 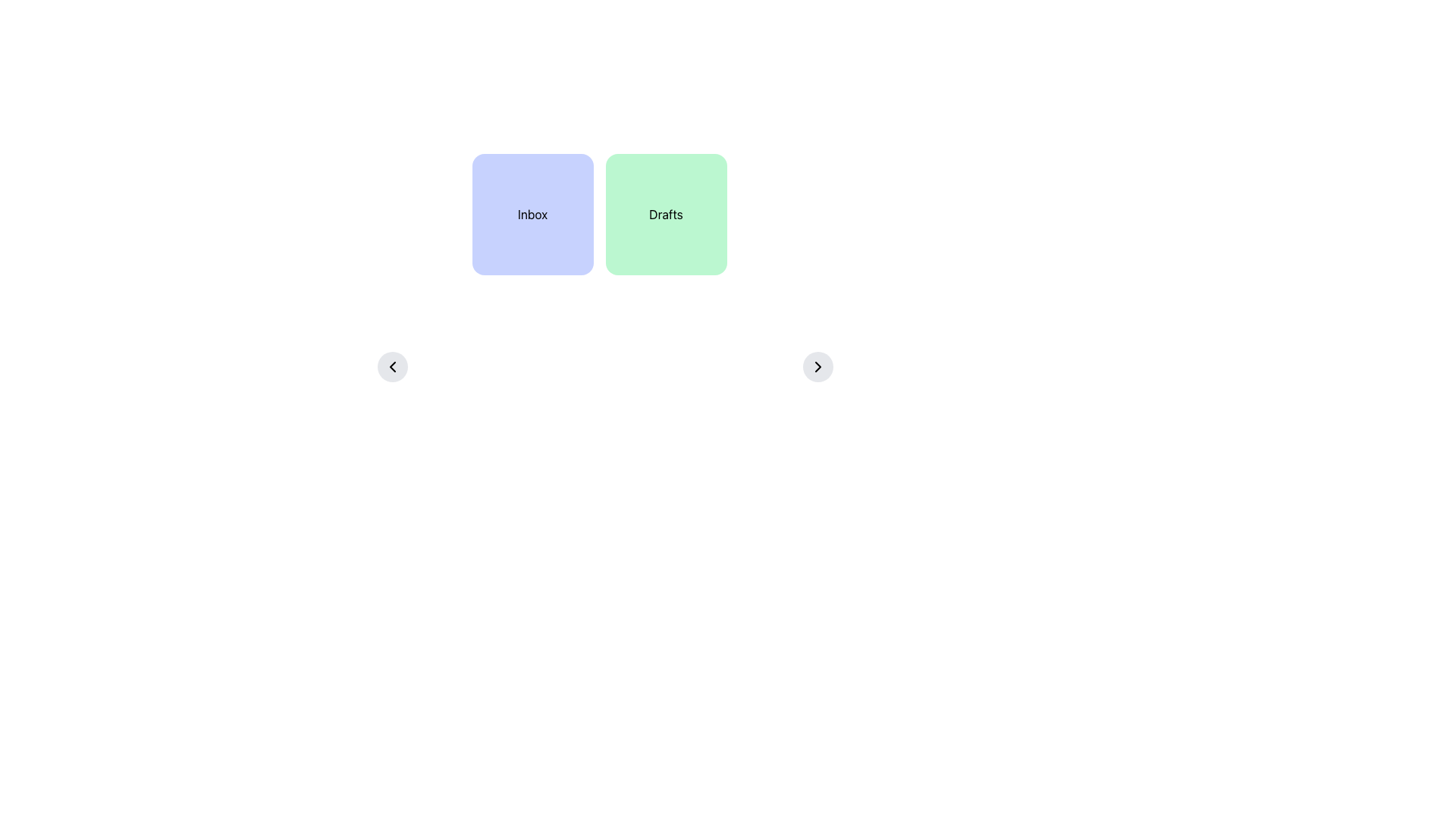 I want to click on the circular button with a gray background and a left-pointing chevron icon located at the vertical center of the panel to move left in the list, so click(x=393, y=366).